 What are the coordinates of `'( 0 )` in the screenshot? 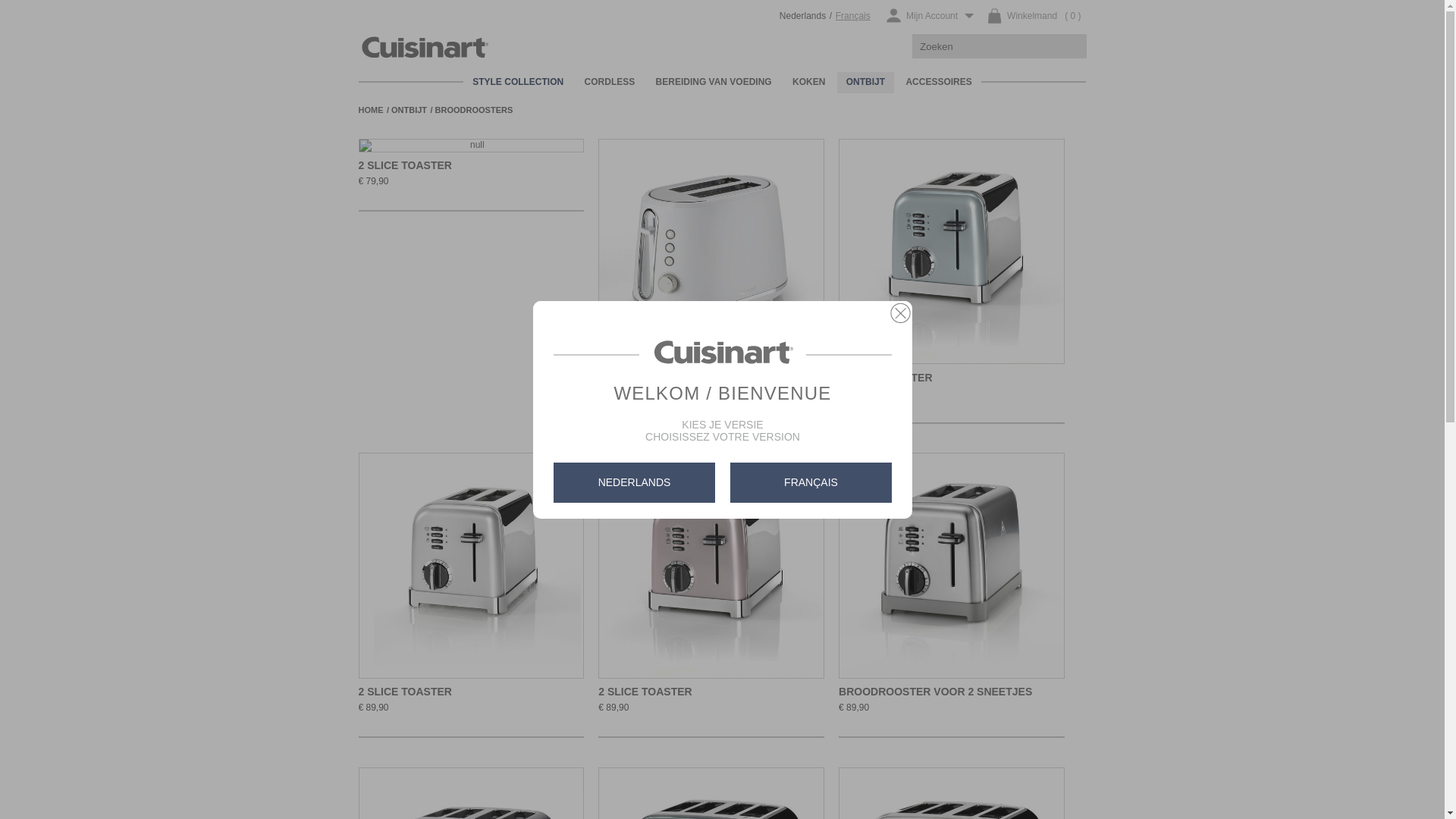 It's located at (1032, 17).